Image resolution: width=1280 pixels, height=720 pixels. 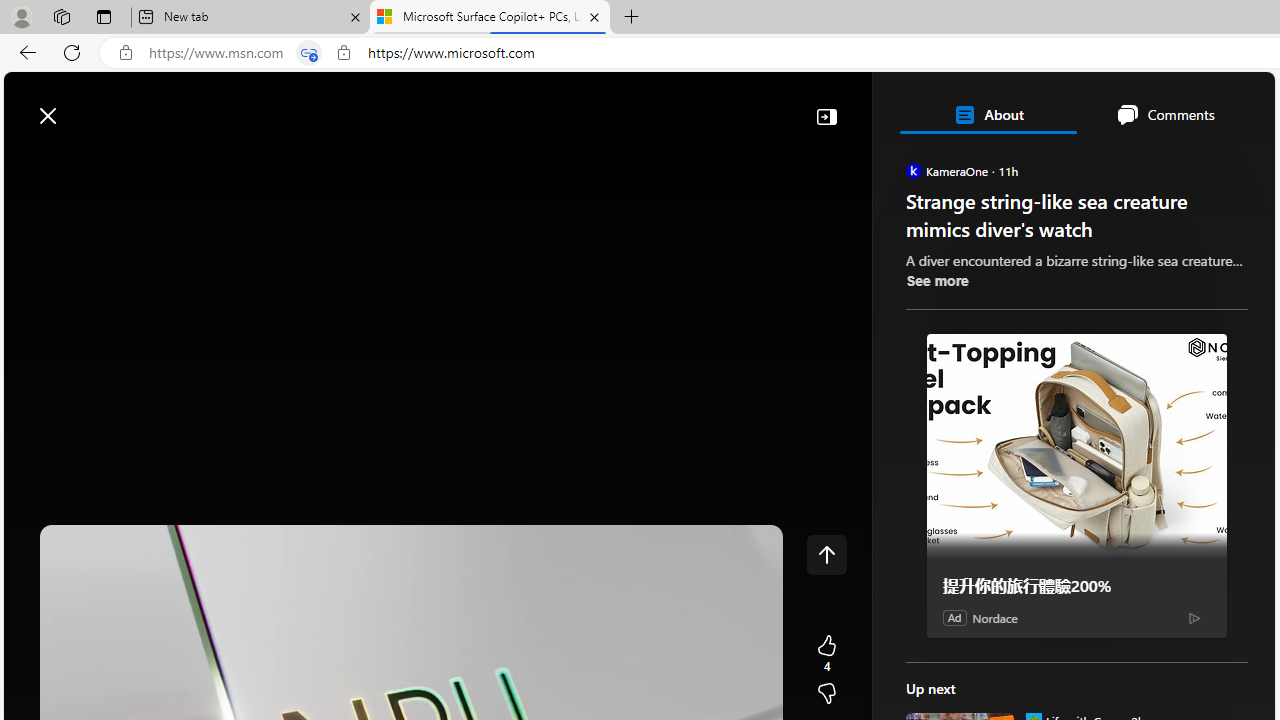 I want to click on 'KameraOne', so click(x=912, y=169).